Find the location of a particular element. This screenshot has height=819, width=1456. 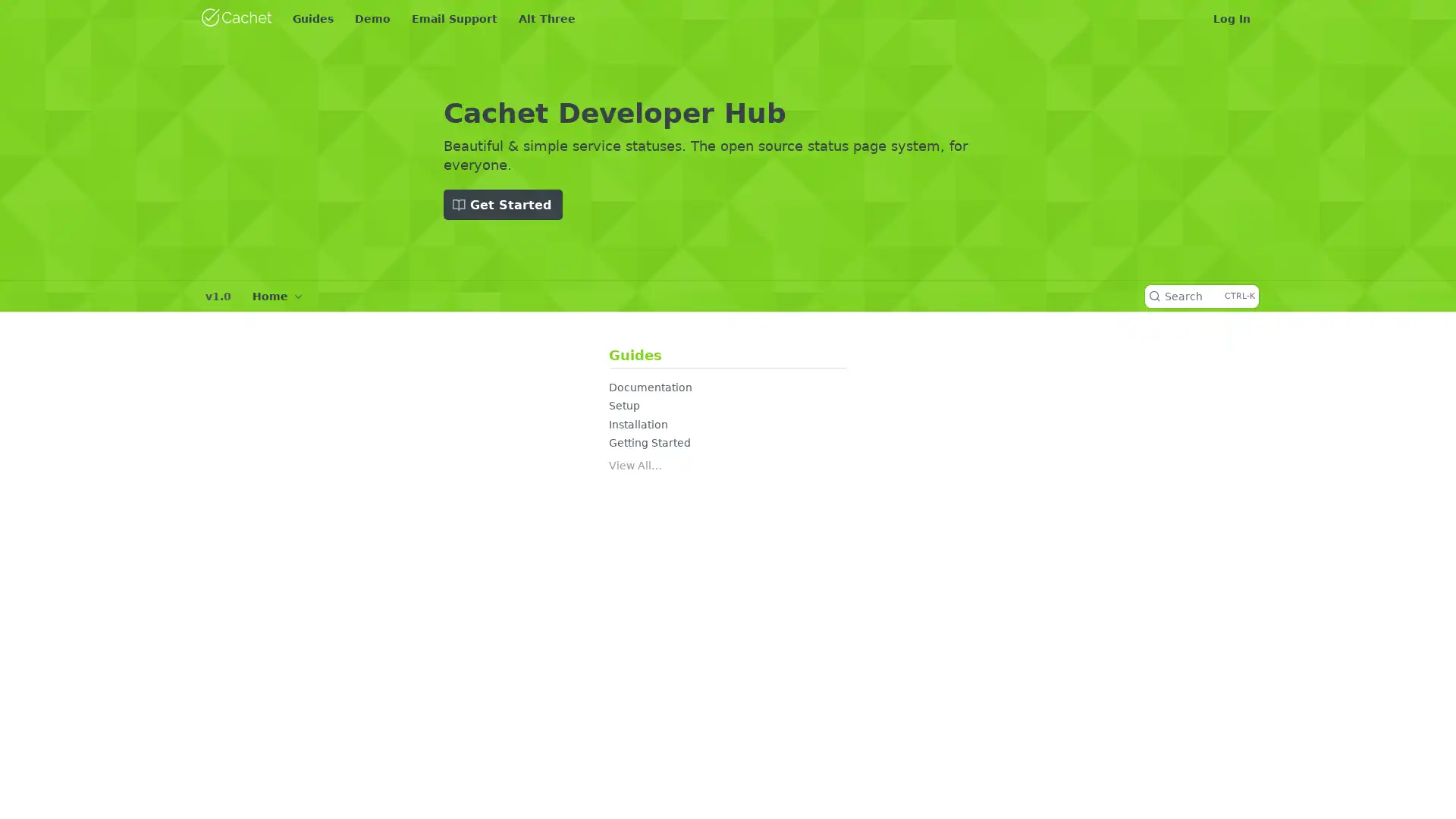

Search is located at coordinates (1200, 296).